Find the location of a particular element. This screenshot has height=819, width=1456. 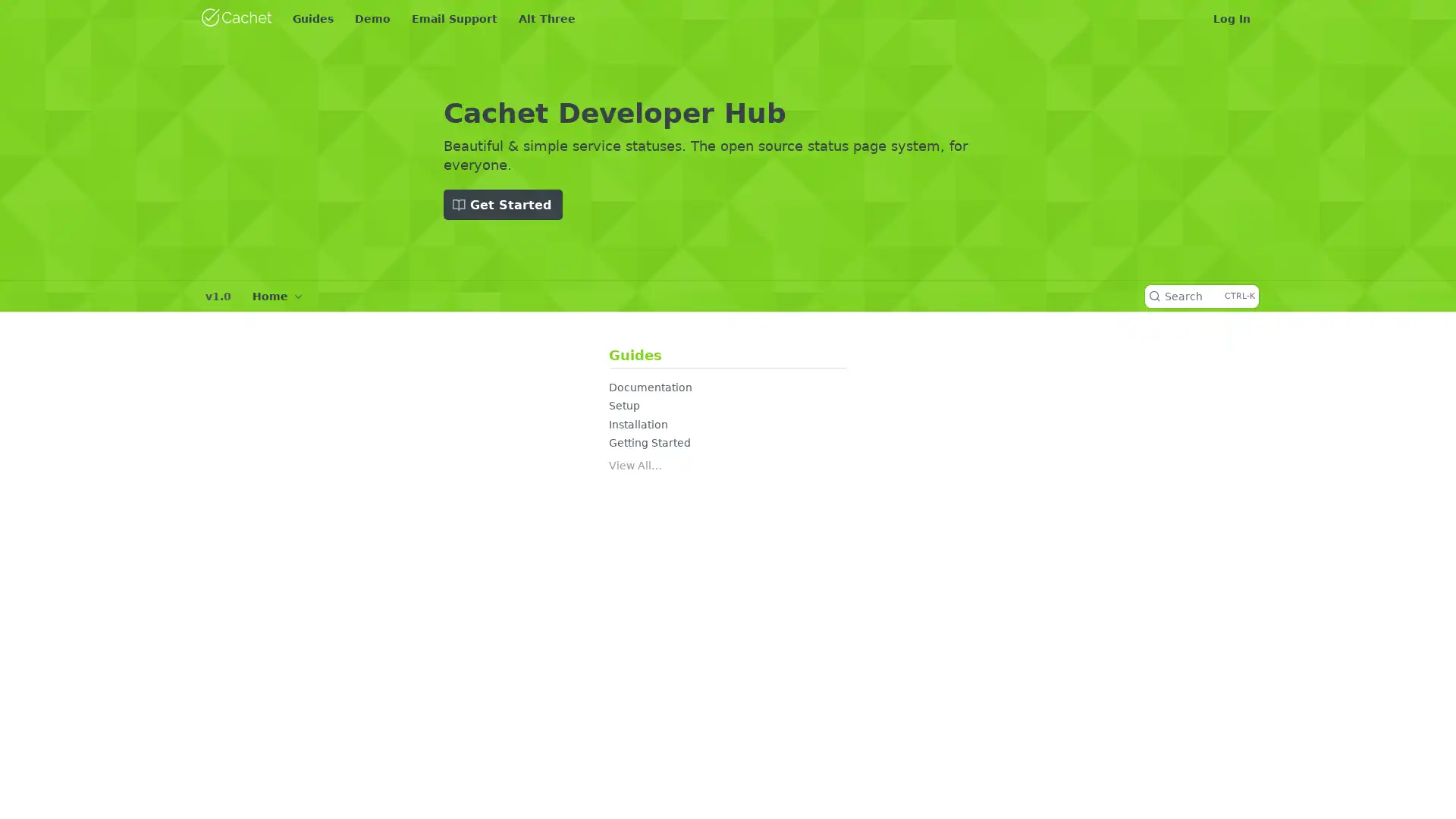

Search is located at coordinates (1200, 296).